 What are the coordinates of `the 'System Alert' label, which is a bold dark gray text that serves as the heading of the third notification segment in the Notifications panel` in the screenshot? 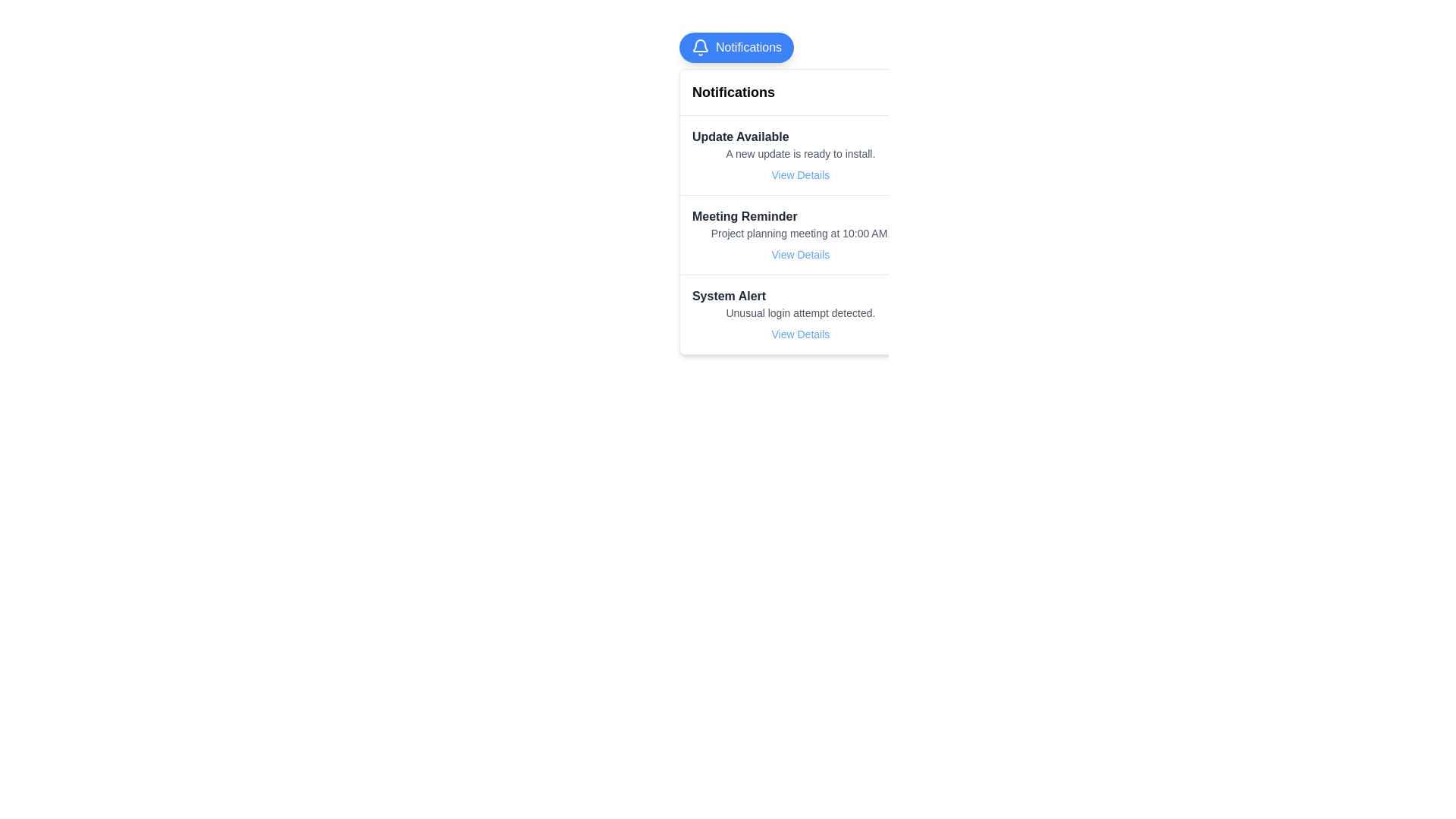 It's located at (729, 296).